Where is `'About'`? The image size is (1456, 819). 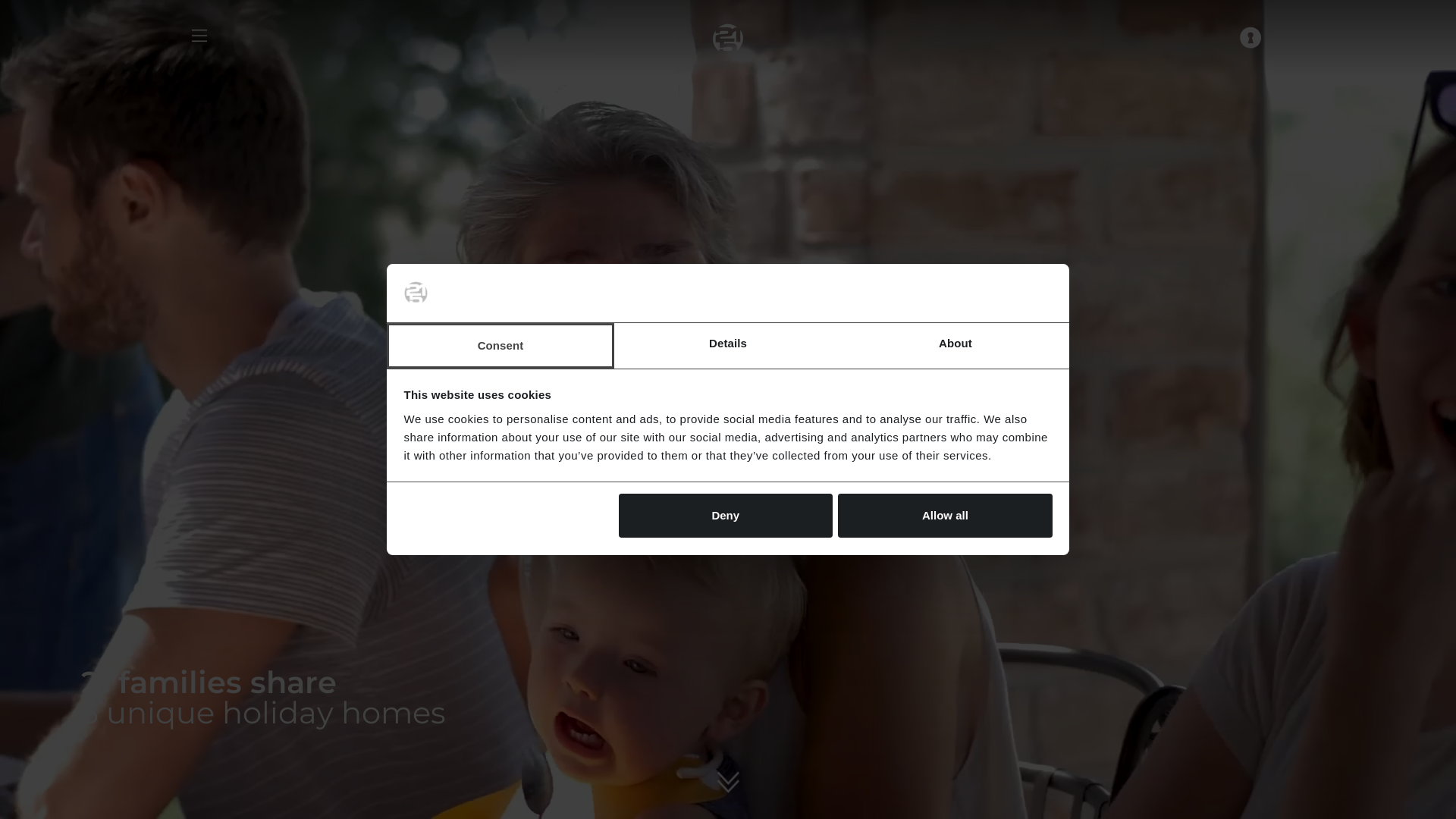
'About' is located at coordinates (954, 345).